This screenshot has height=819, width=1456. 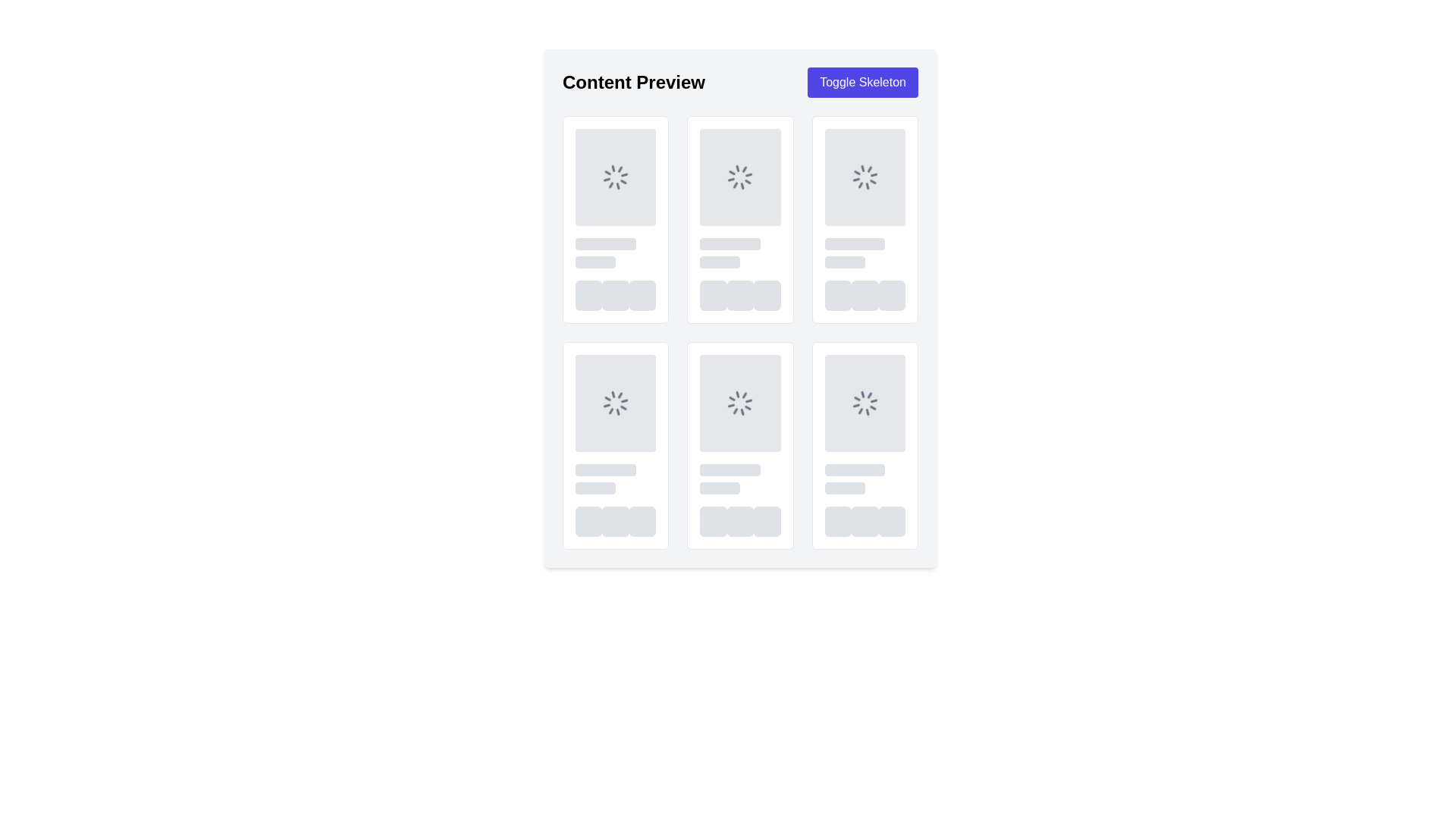 What do you see at coordinates (616, 295) in the screenshot?
I see `the loading placeholder component with a gray background and rounded corners, which is the second element in a horizontal sequence of three identical components` at bounding box center [616, 295].